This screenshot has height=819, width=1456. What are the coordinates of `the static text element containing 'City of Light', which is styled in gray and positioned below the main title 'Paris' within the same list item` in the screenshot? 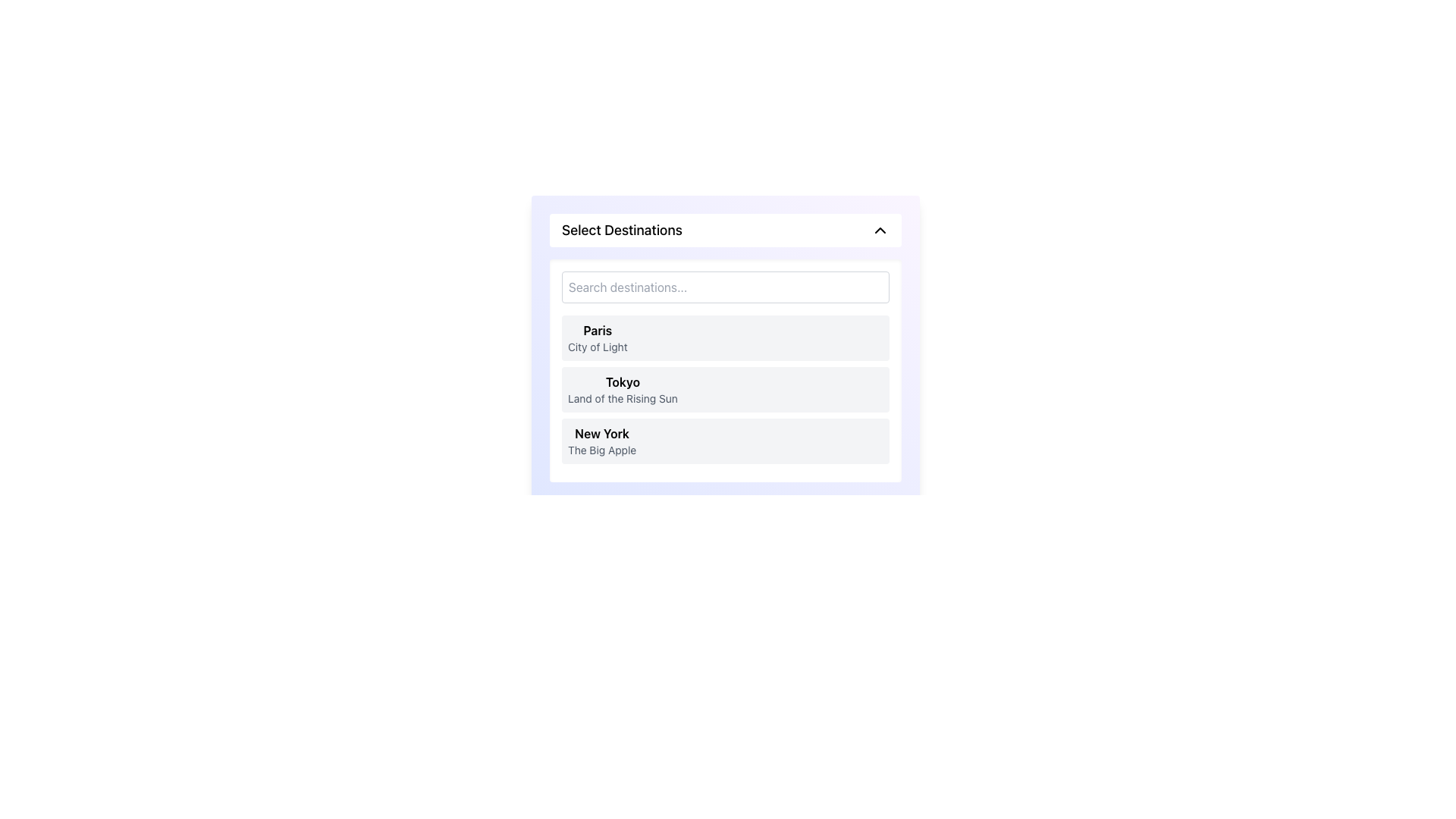 It's located at (597, 347).